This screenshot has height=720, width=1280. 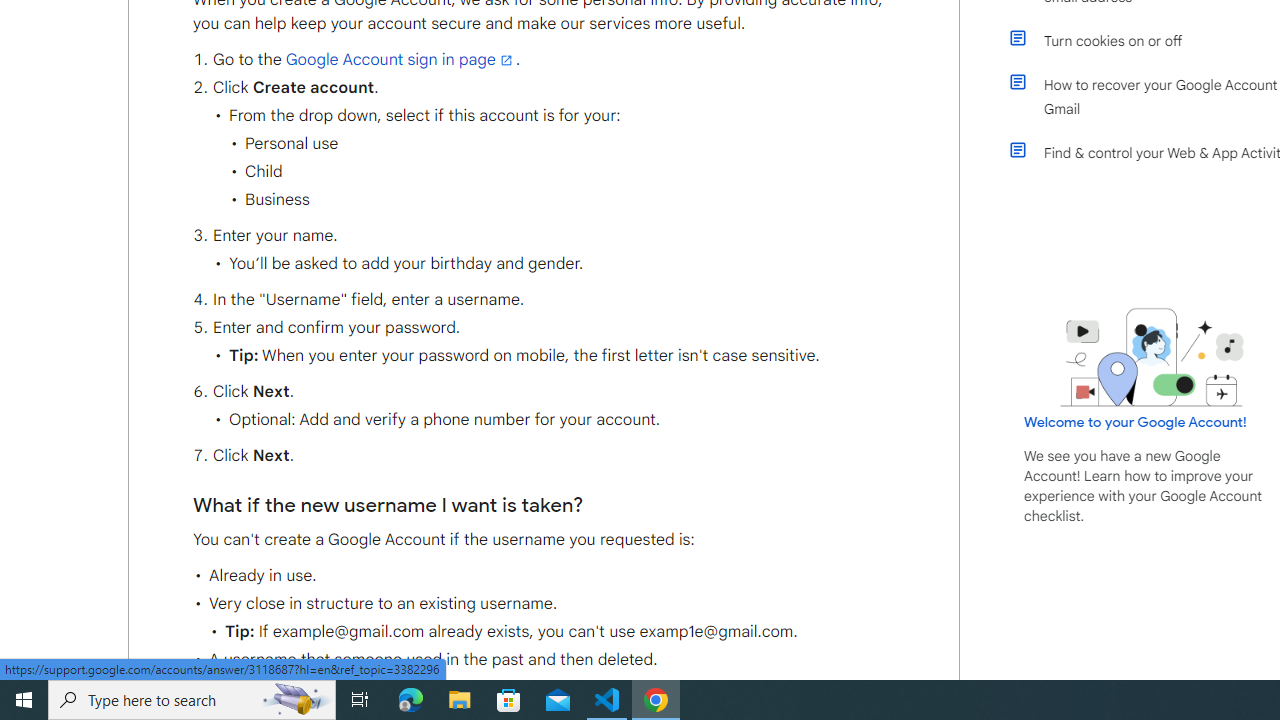 What do you see at coordinates (1152, 356) in the screenshot?
I see `'Learning Center home page image'` at bounding box center [1152, 356].